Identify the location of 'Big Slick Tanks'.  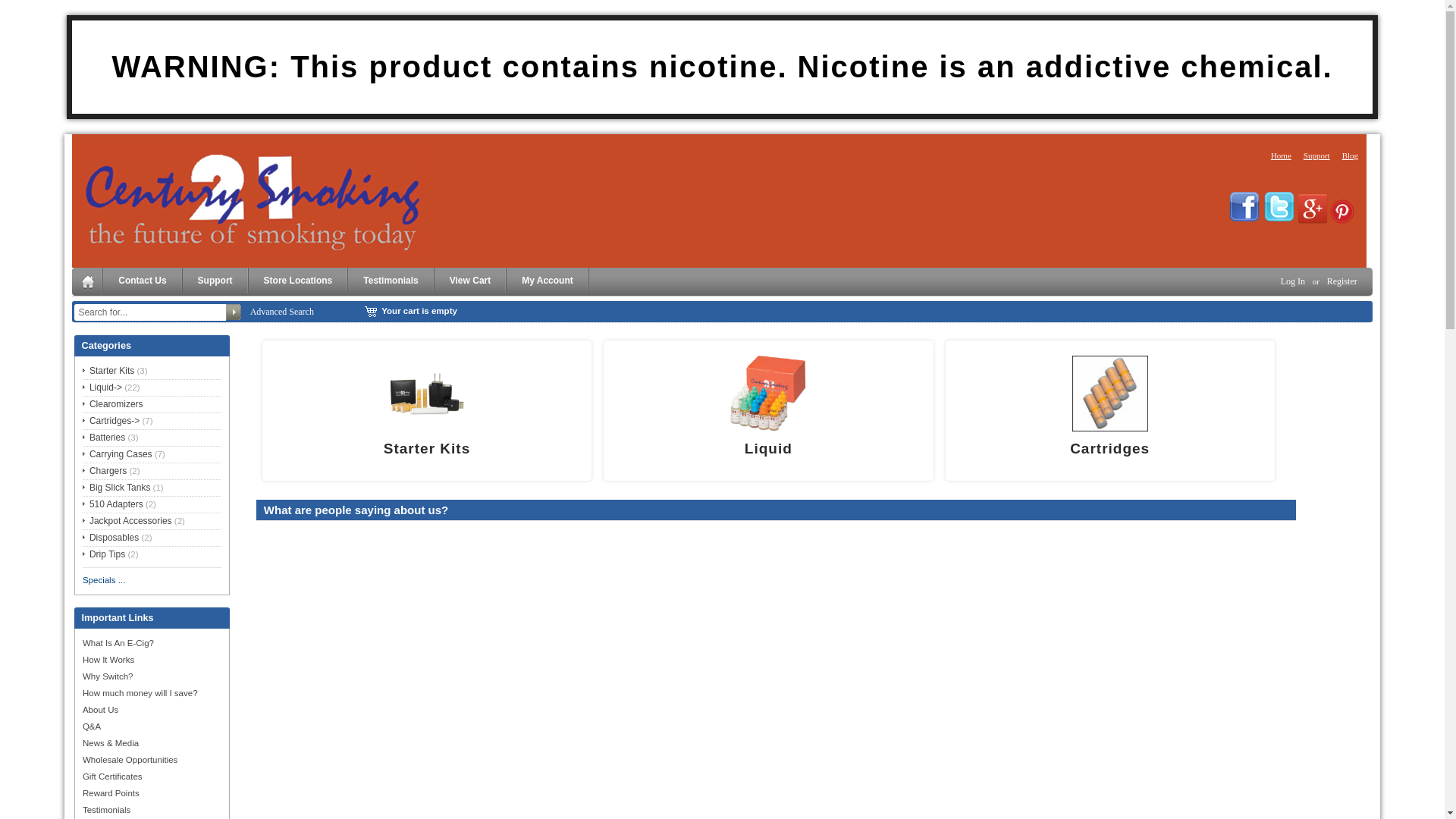
(115, 488).